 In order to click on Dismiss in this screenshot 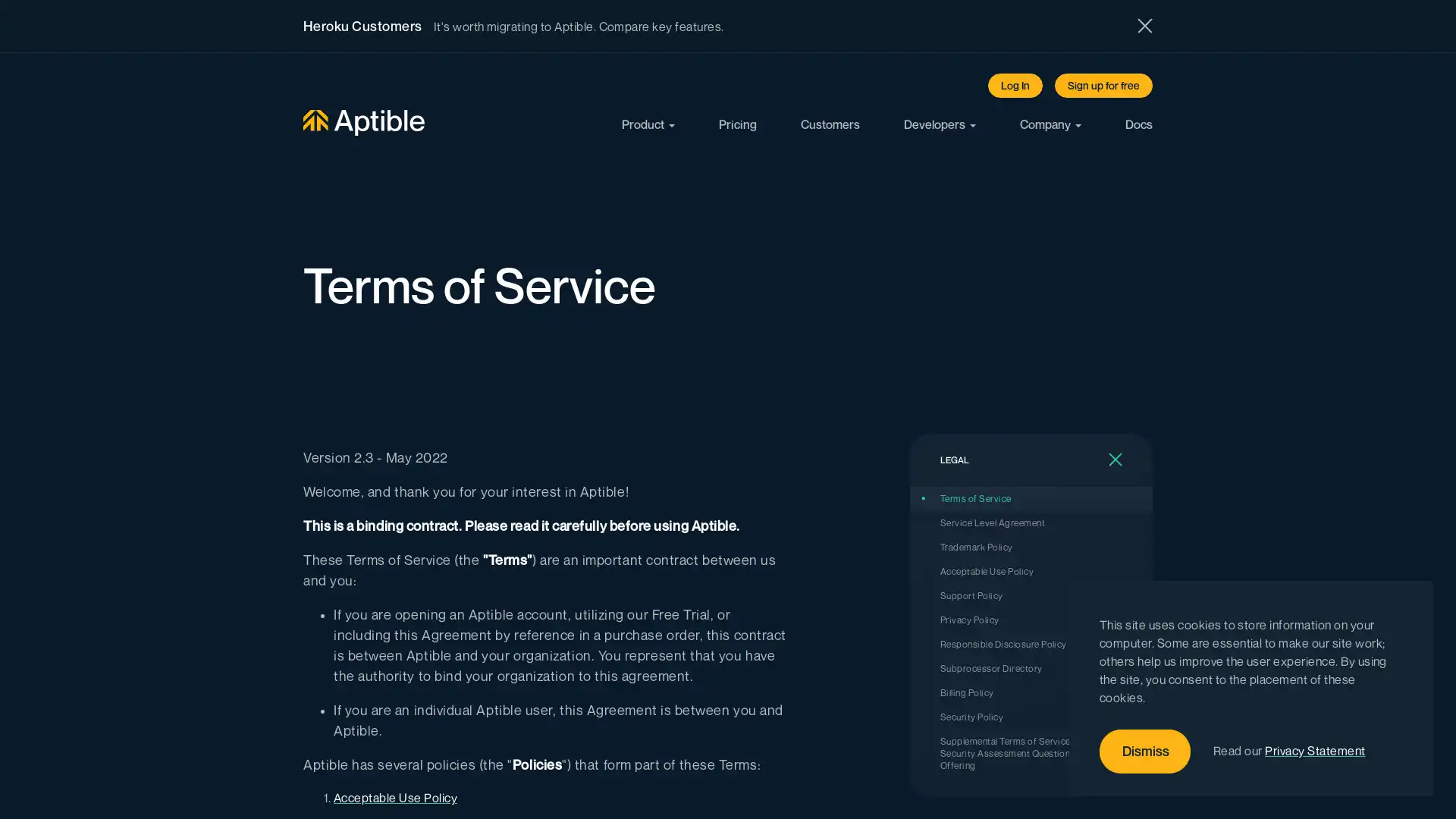, I will do `click(1145, 752)`.